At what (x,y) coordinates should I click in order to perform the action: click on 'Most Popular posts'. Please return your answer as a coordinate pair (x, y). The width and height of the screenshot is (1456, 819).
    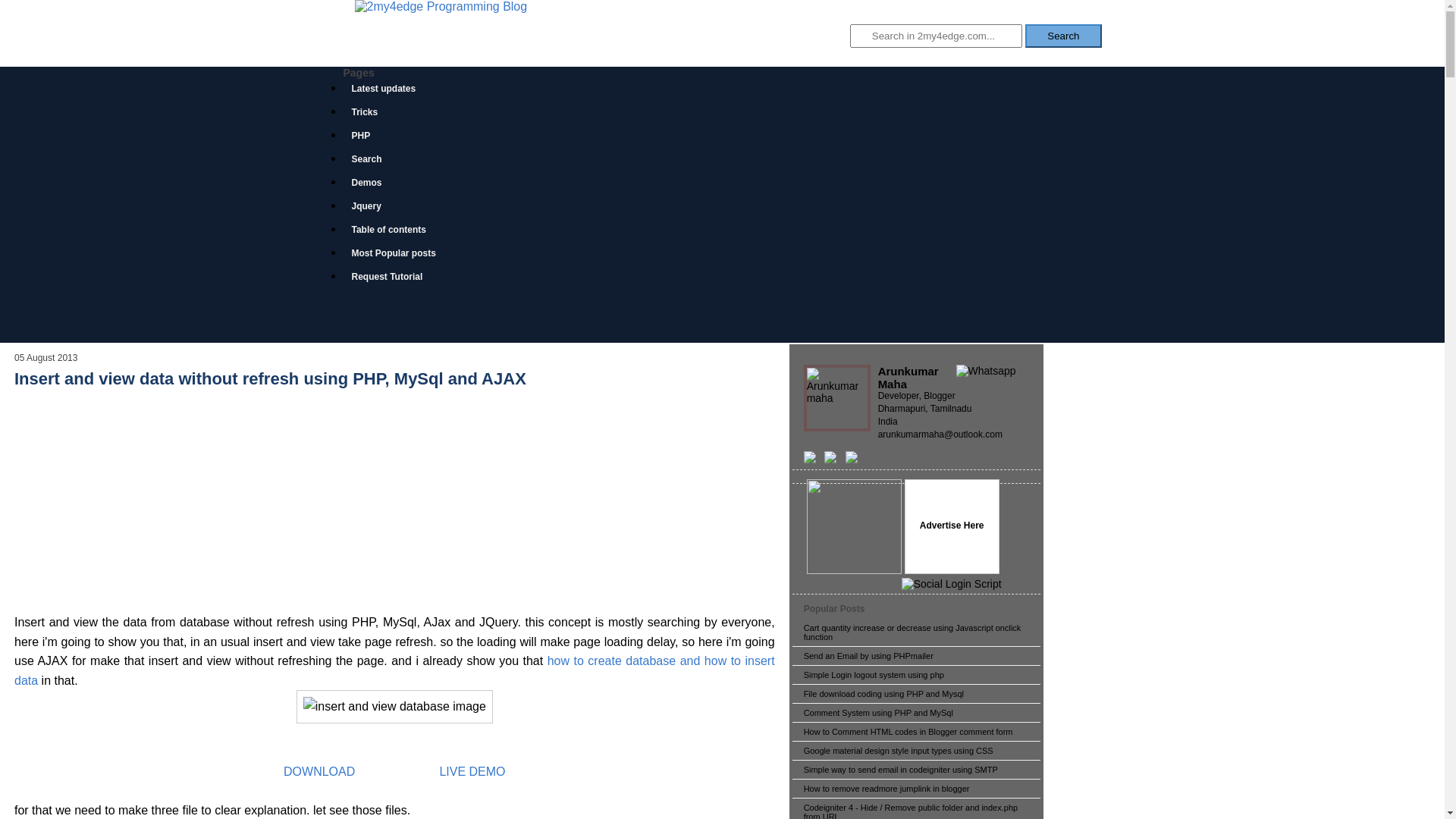
    Looking at the image, I should click on (400, 254).